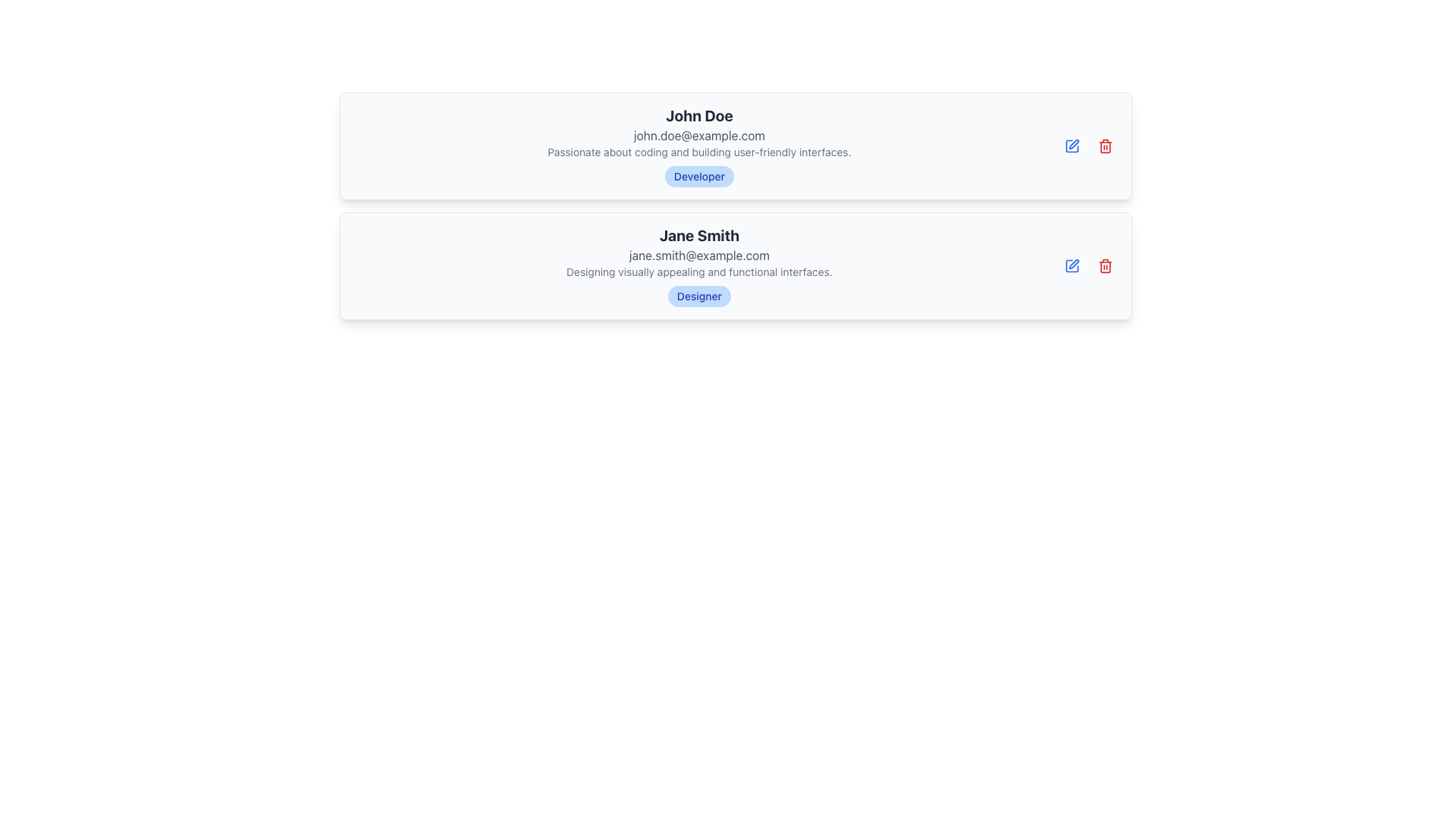  Describe the element at coordinates (1106, 265) in the screenshot. I see `the vibrant red trash bin icon button, which is the second button in a row of action buttons located to the top-right of the user entry for 'Jane Smith'` at that location.